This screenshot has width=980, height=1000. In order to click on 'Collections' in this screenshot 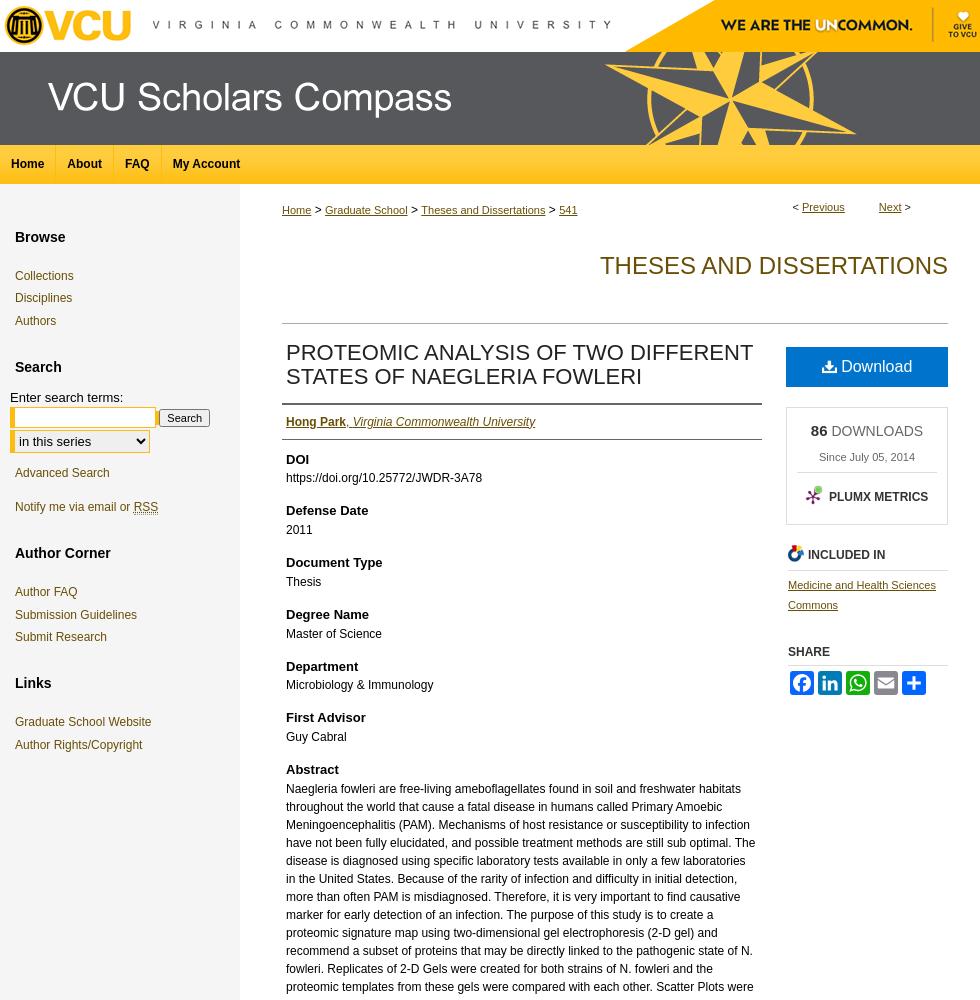, I will do `click(44, 276)`.